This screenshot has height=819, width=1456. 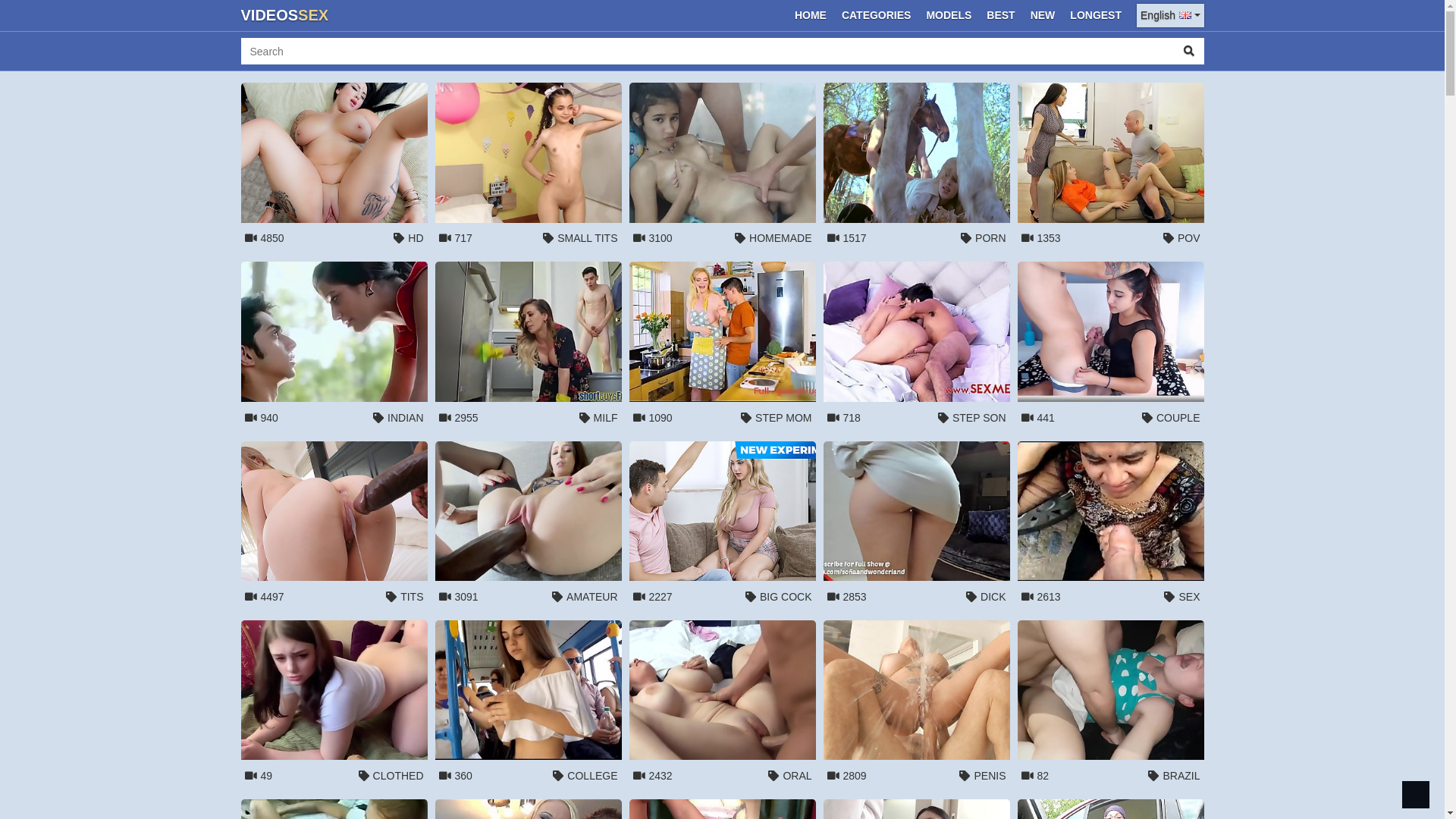 I want to click on 'CATEGORIES', so click(x=877, y=15).